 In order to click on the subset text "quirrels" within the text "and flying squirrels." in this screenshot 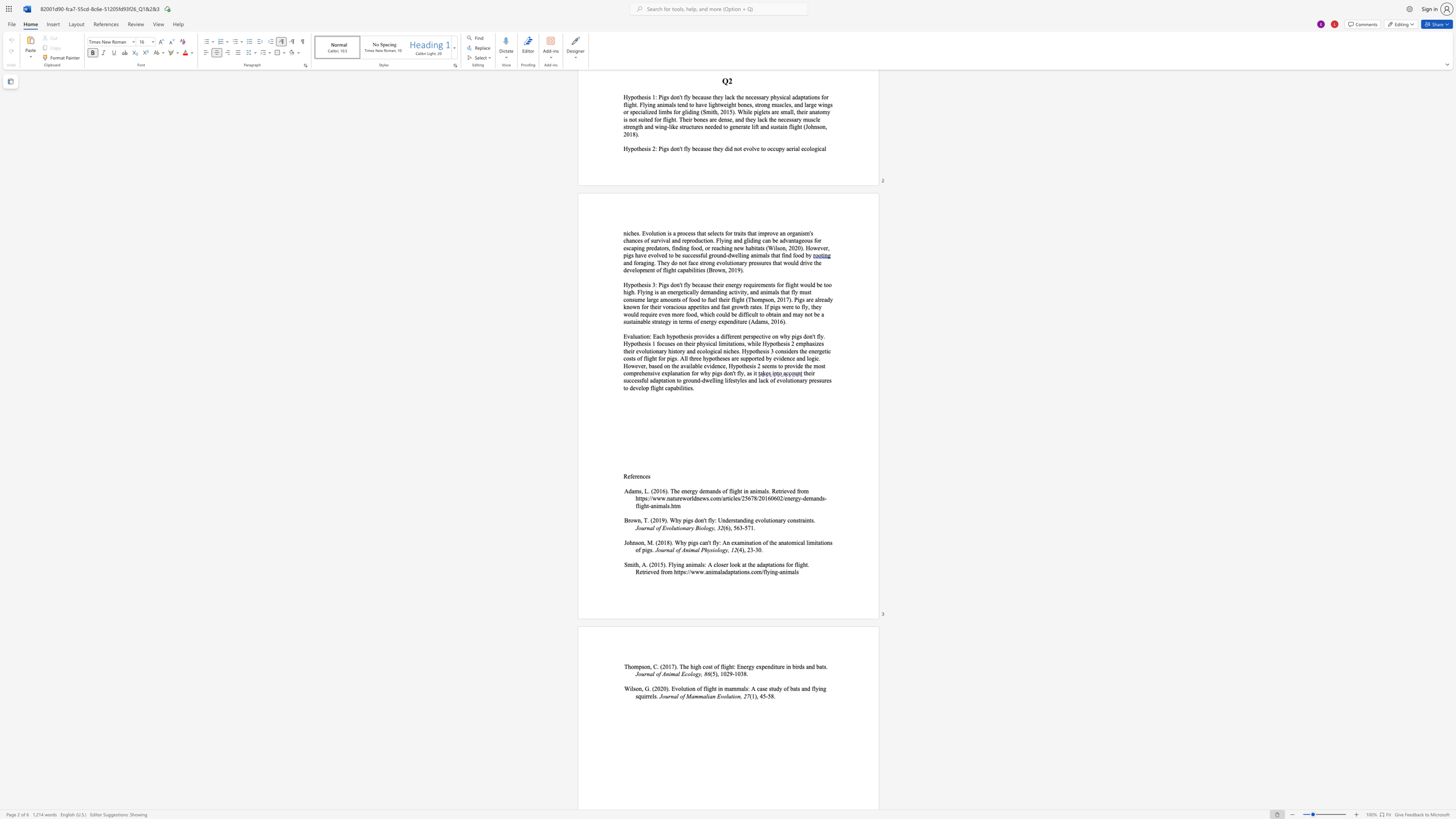, I will do `click(638, 696)`.